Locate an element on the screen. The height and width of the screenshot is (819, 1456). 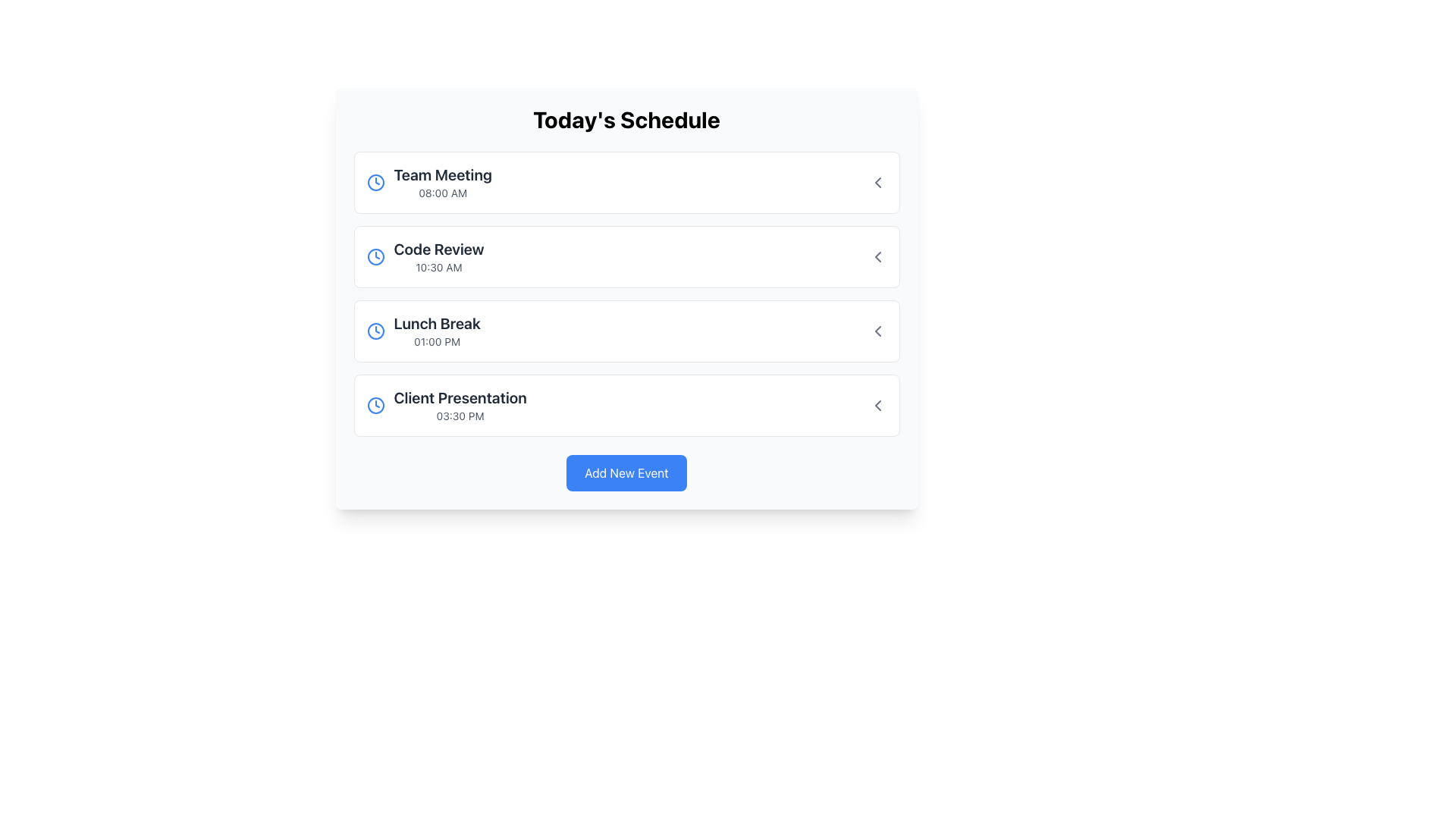
the button located at the rightmost position of the 'Client Presentation' entry in the agenda list is located at coordinates (877, 405).